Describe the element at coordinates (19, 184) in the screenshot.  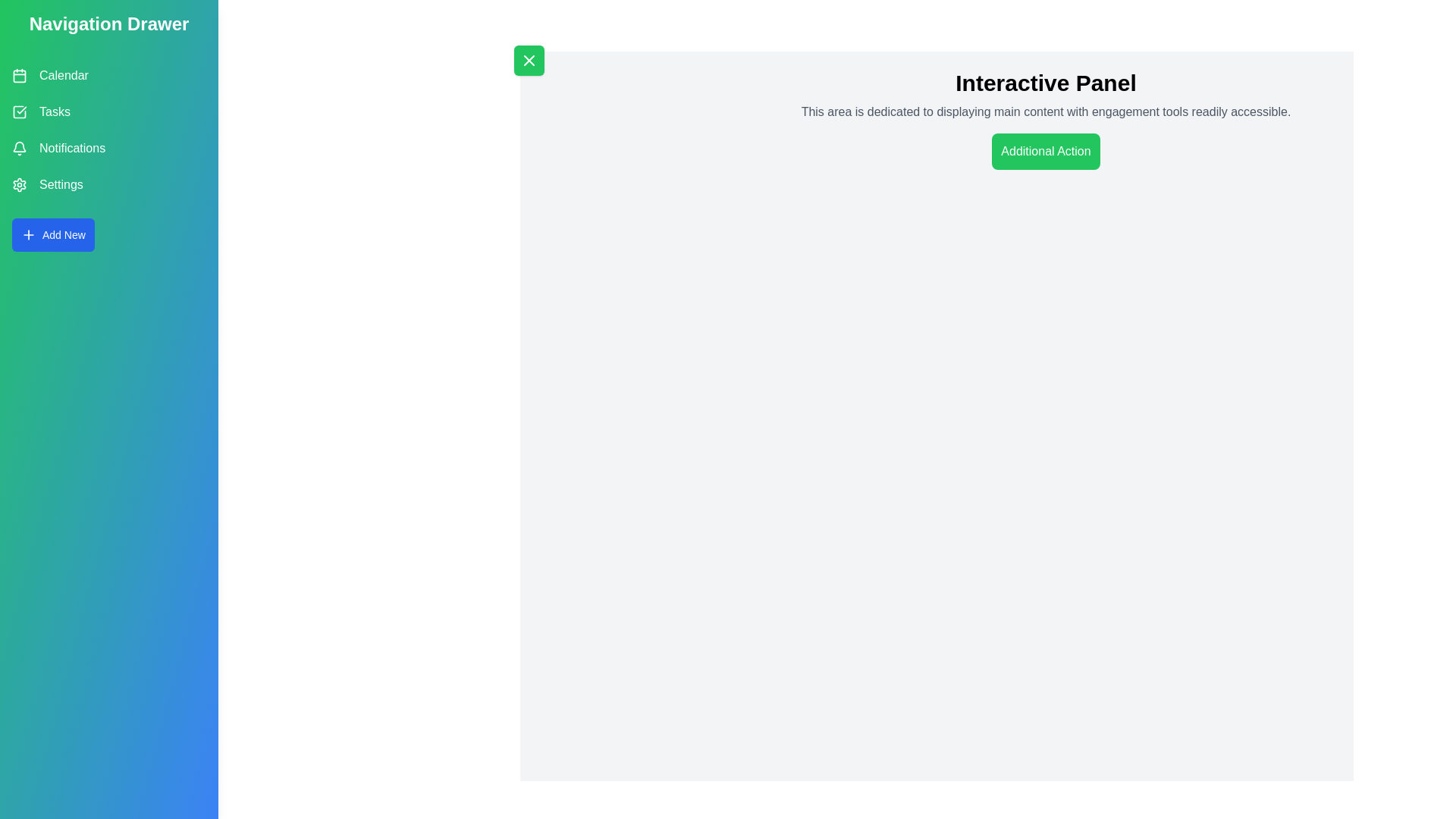
I see `the green gear-shaped icon in the navigation drawer, which is the fourth item below 'Calendar,' 'Tasks,' and 'Notifications,'` at that location.